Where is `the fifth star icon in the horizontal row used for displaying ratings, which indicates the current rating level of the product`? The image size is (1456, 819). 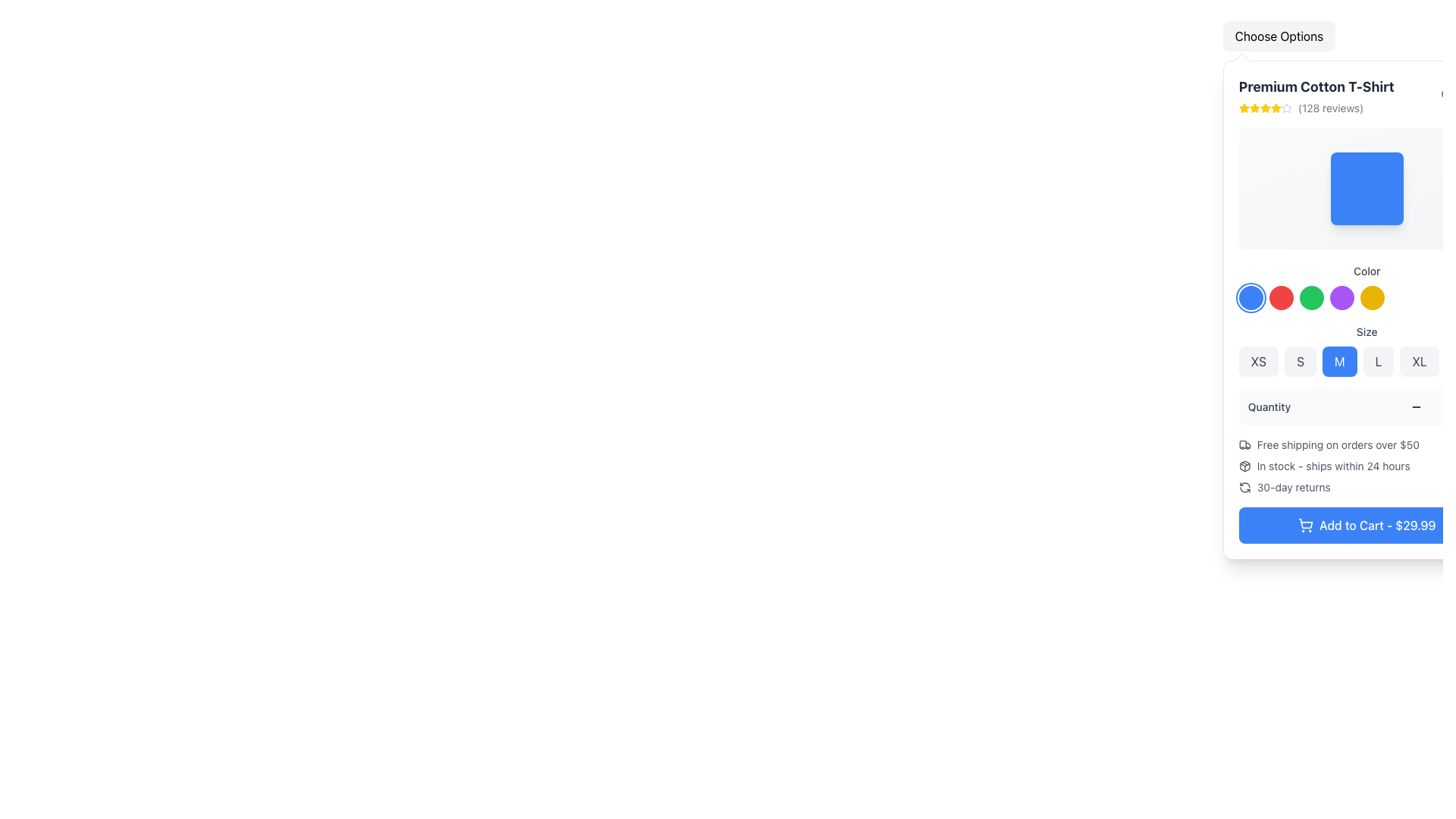 the fifth star icon in the horizontal row used for displaying ratings, which indicates the current rating level of the product is located at coordinates (1285, 107).